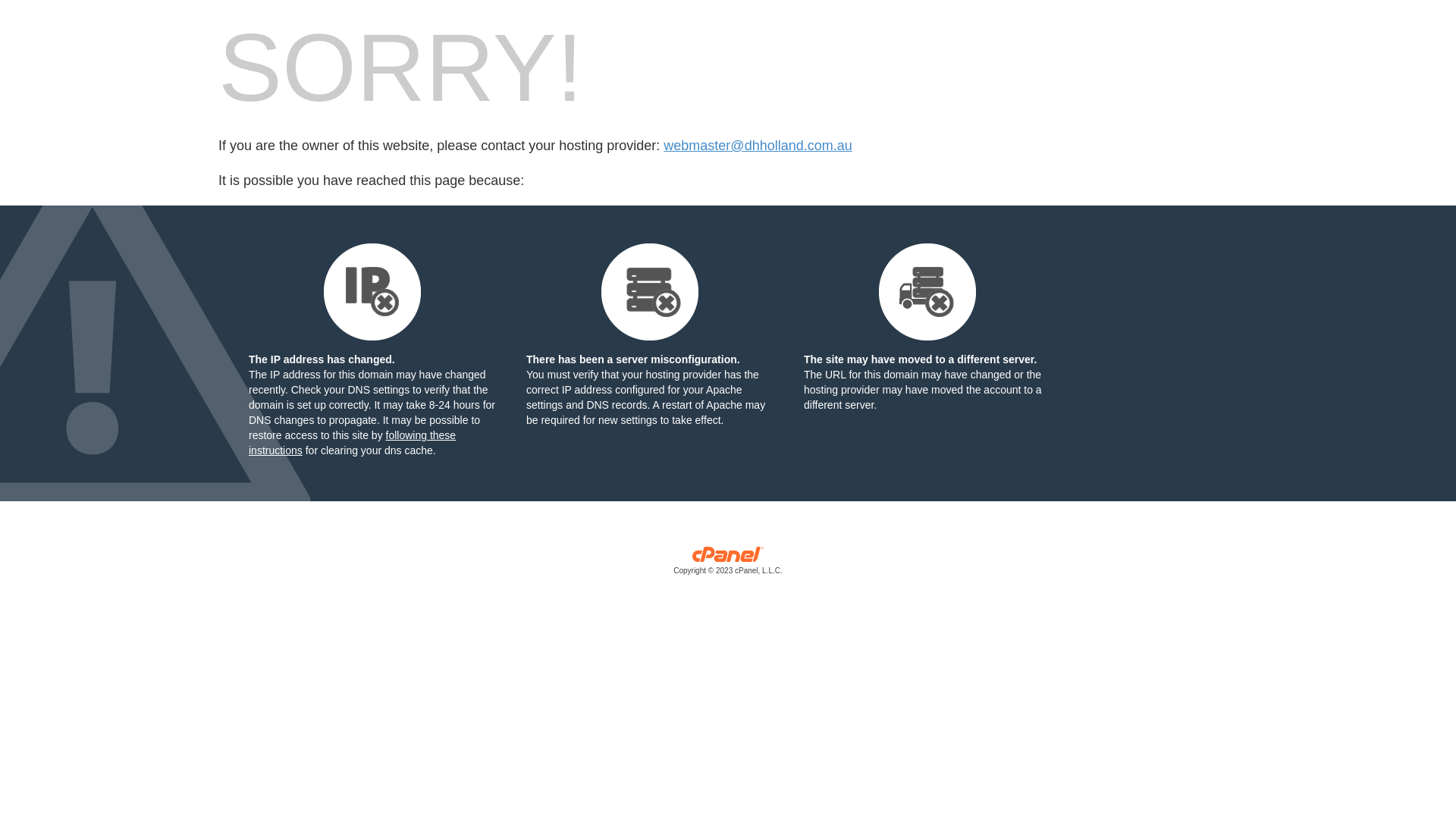  I want to click on 'webmaster@dhholland.com.au', so click(663, 146).